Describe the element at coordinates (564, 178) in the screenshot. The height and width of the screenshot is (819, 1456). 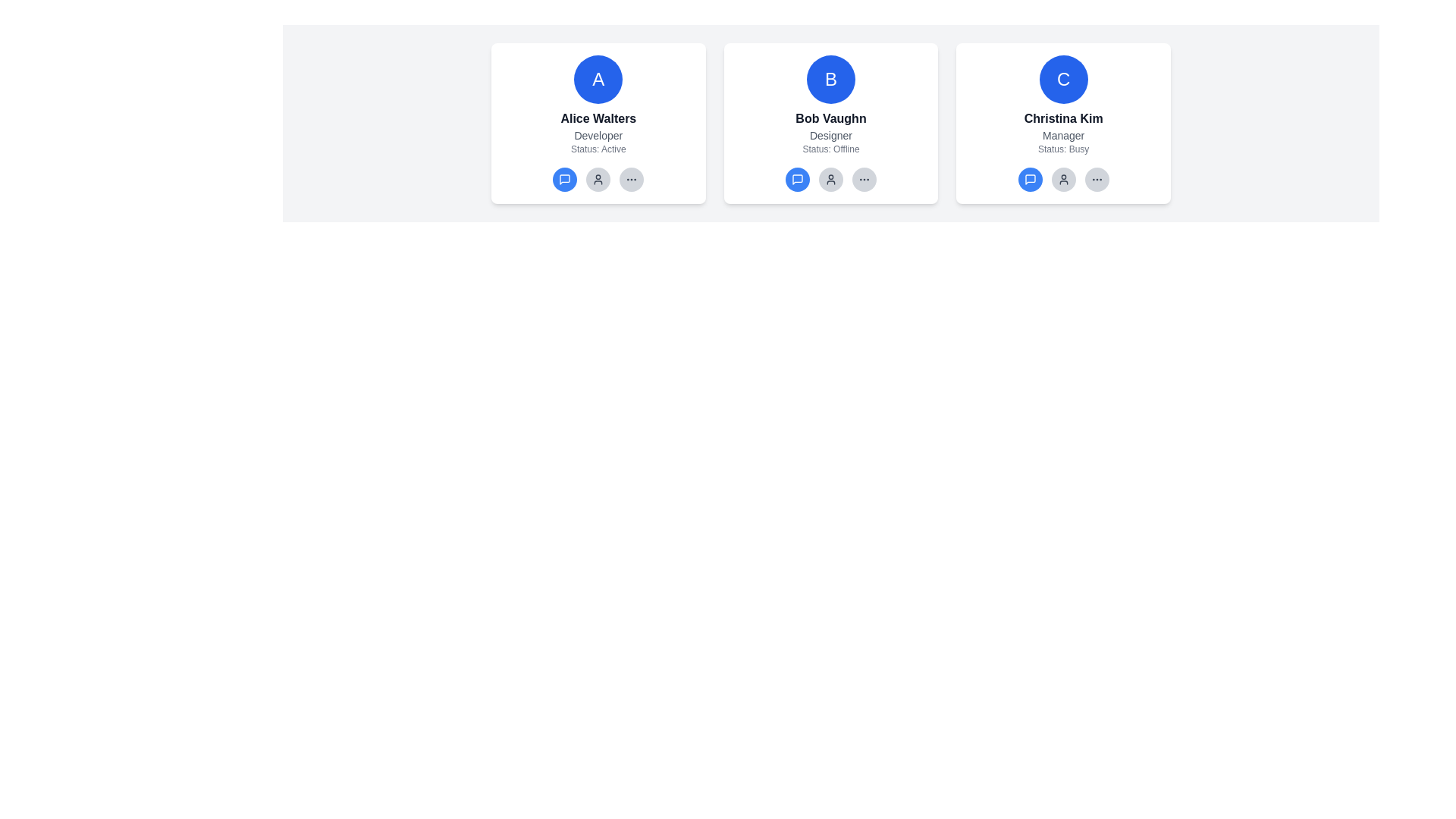
I see `the icon button located in the lower-left corner of Alice Walters' user card` at that location.